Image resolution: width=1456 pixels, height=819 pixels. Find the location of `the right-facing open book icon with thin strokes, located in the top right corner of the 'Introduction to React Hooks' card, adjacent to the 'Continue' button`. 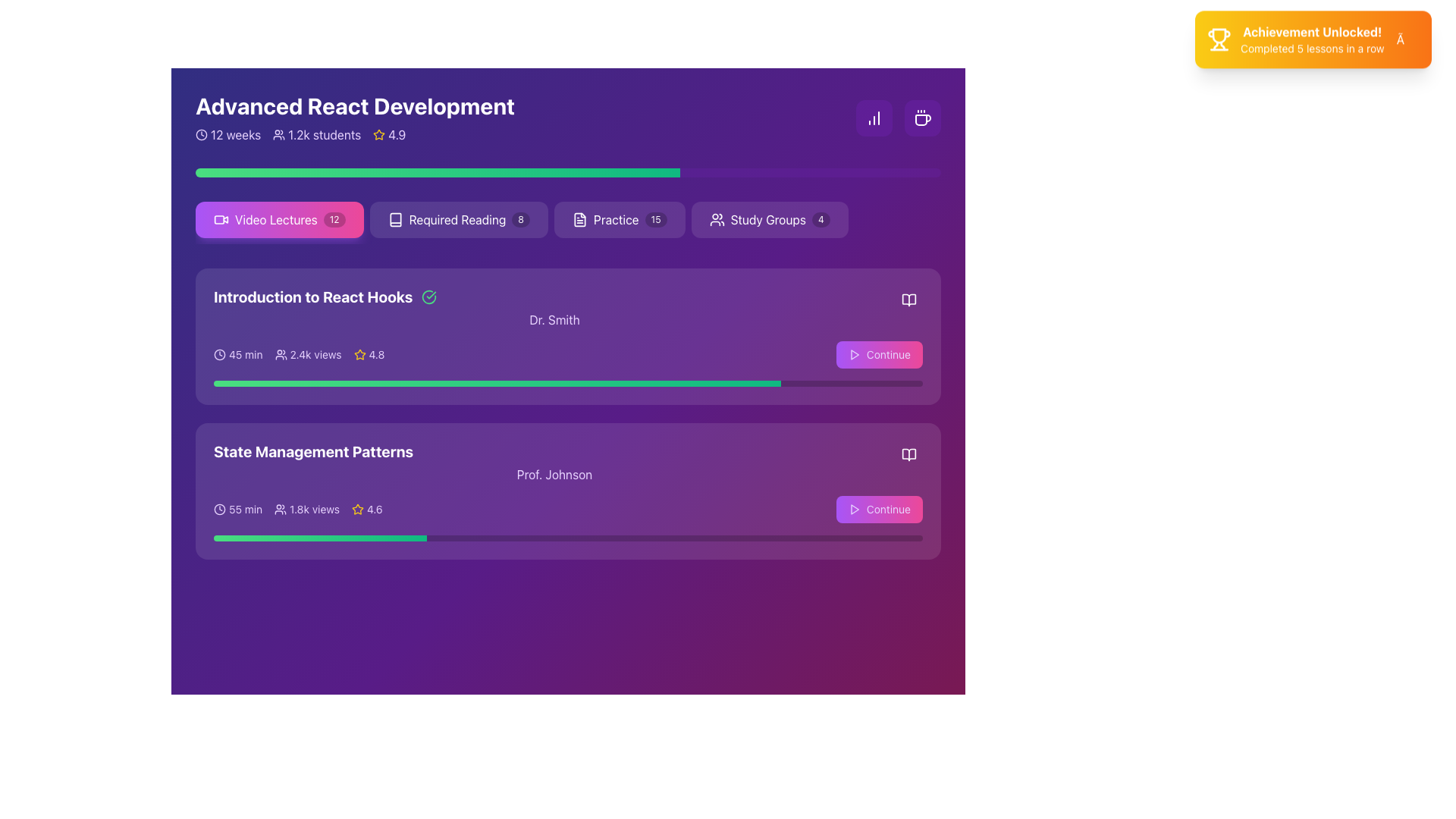

the right-facing open book icon with thin strokes, located in the top right corner of the 'Introduction to React Hooks' card, adjacent to the 'Continue' button is located at coordinates (909, 300).